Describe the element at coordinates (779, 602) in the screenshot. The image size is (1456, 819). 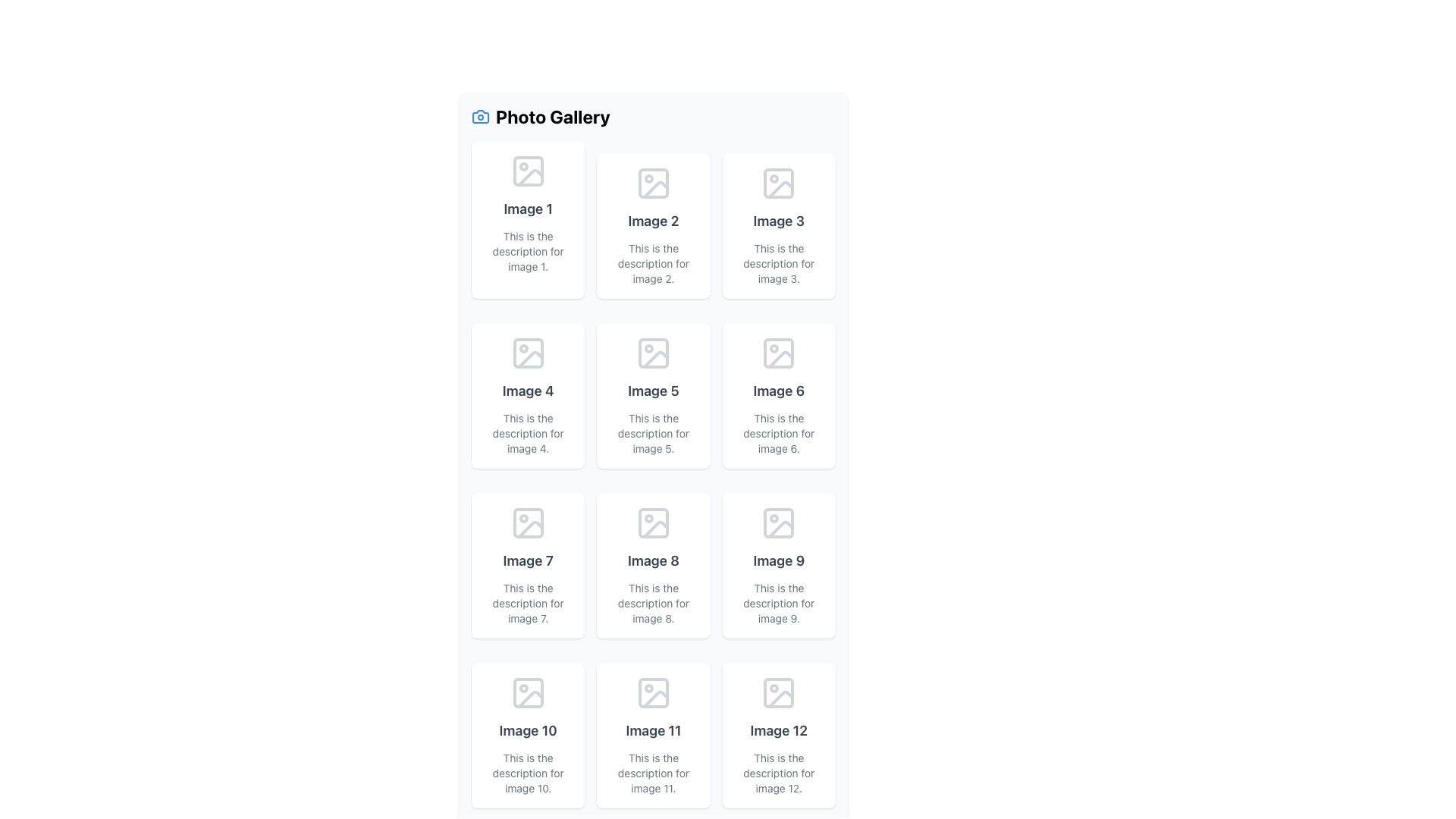
I see `the descriptive text label for 'Image 9' located in the ninth card of the photo gallery interface, positioned below the heading 'Image 9'` at that location.